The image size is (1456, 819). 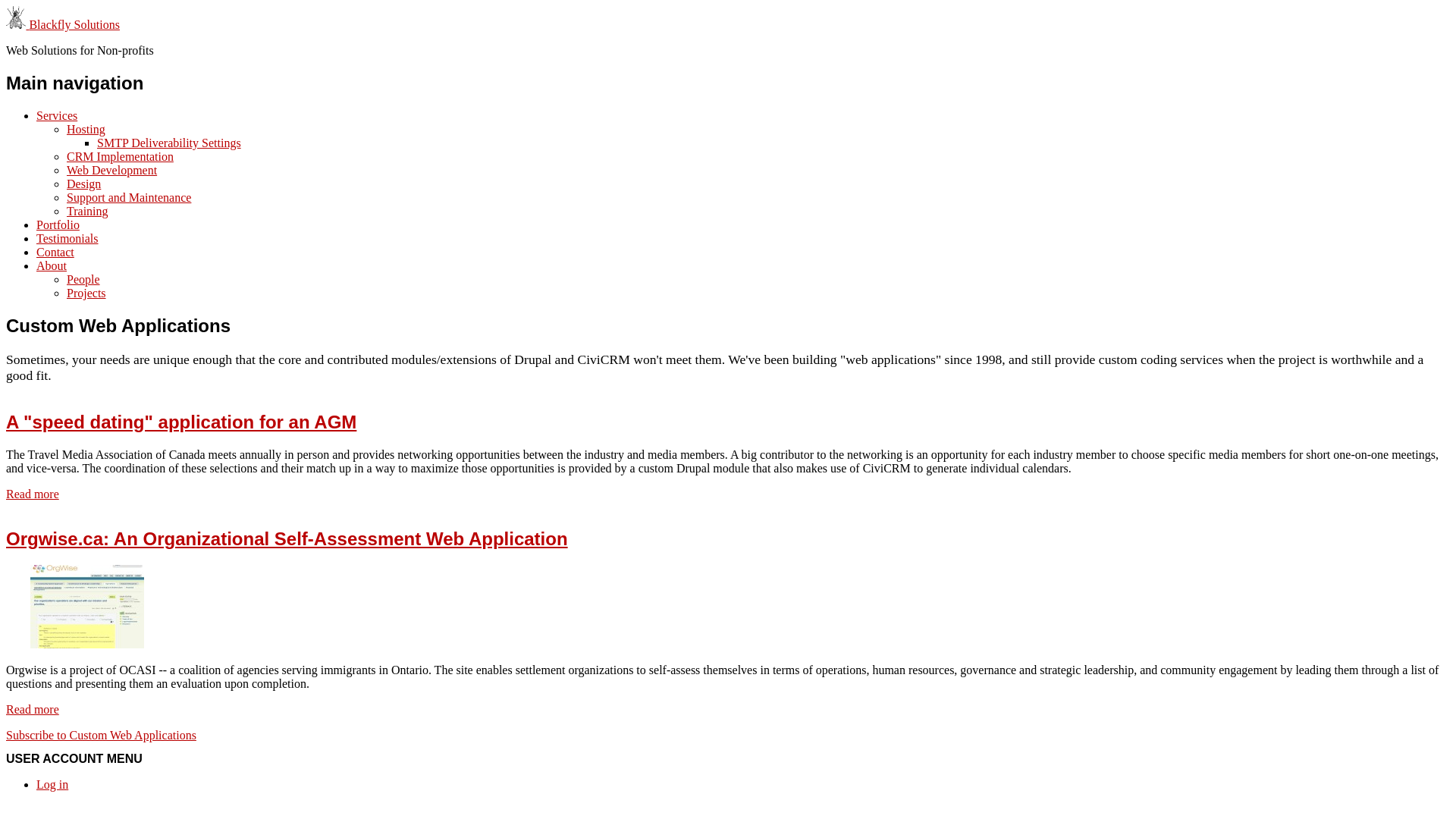 I want to click on 'Training', so click(x=86, y=211).